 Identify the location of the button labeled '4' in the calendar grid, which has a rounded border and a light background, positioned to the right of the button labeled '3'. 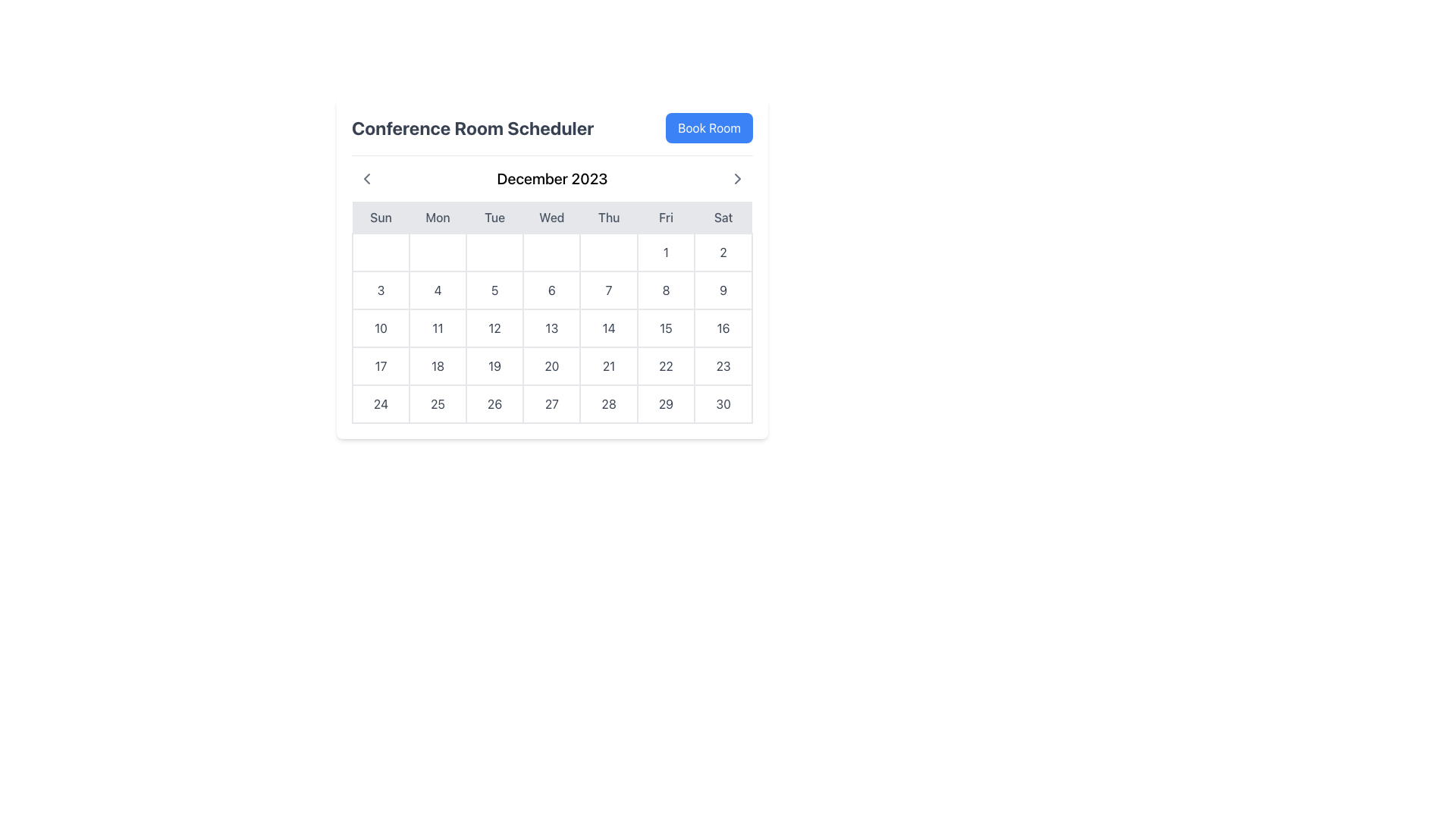
(437, 290).